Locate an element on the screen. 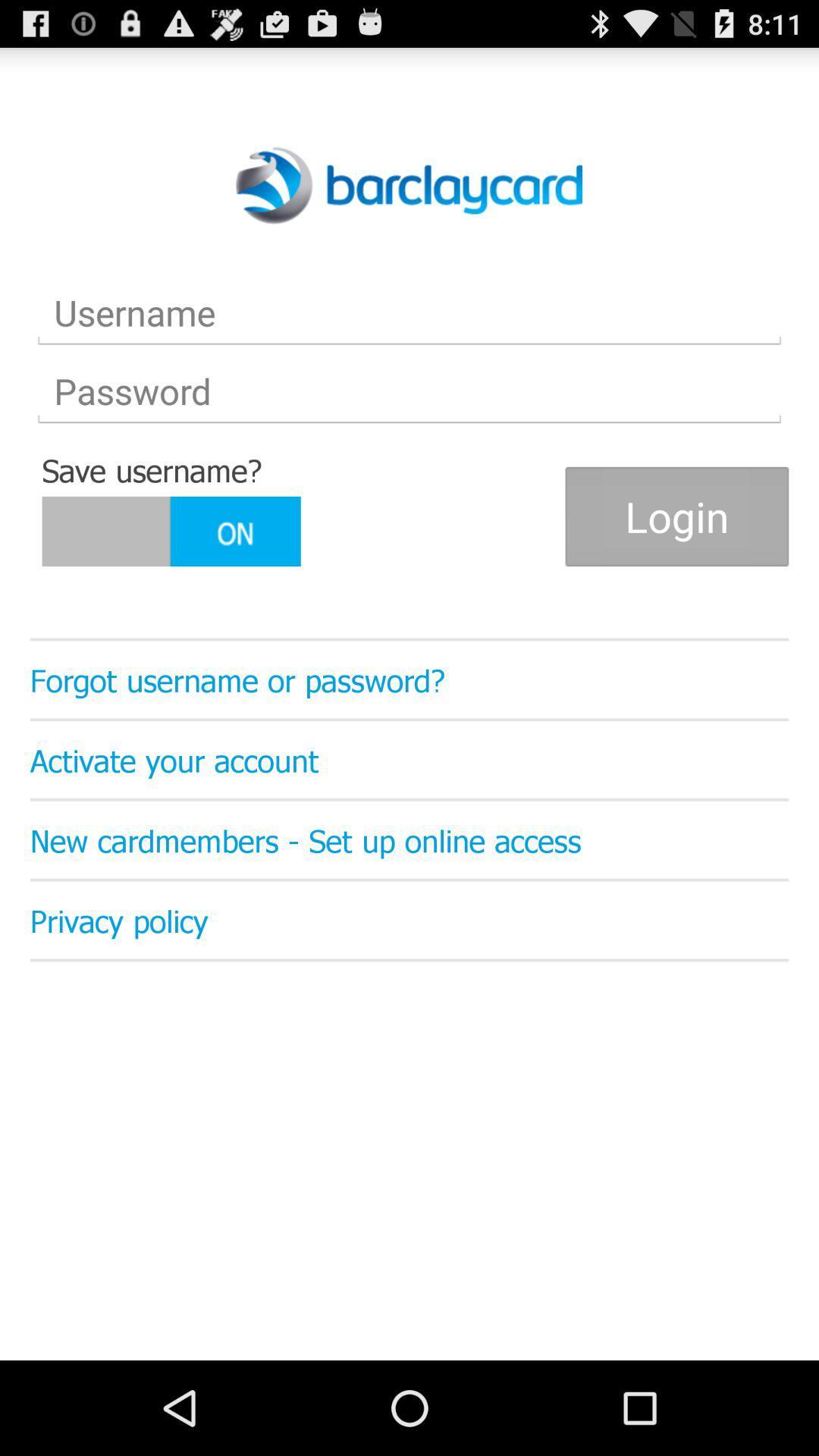  icon on the right is located at coordinates (676, 516).